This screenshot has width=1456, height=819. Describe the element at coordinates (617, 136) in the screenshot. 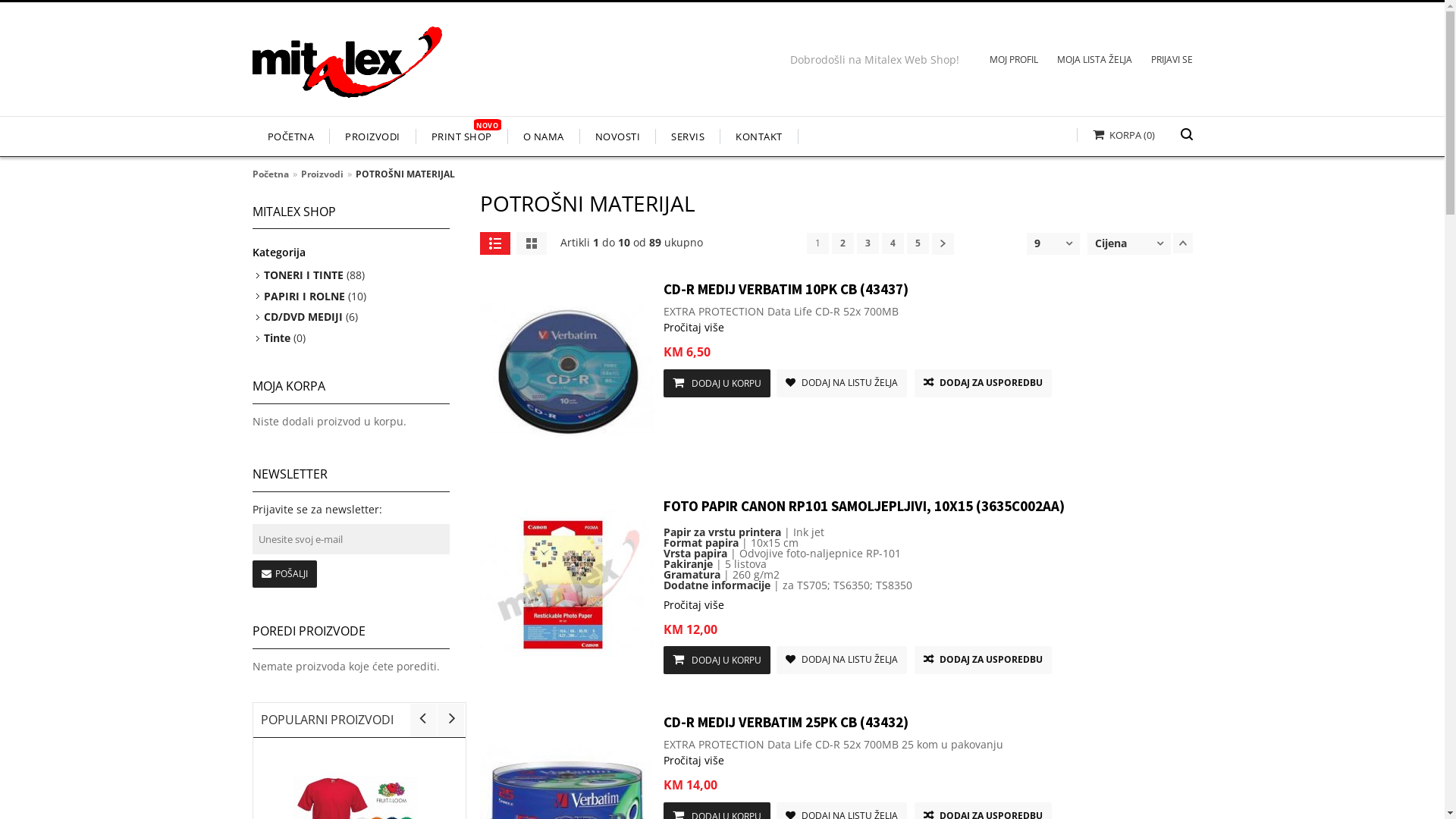

I see `'NOVOSTI'` at that location.